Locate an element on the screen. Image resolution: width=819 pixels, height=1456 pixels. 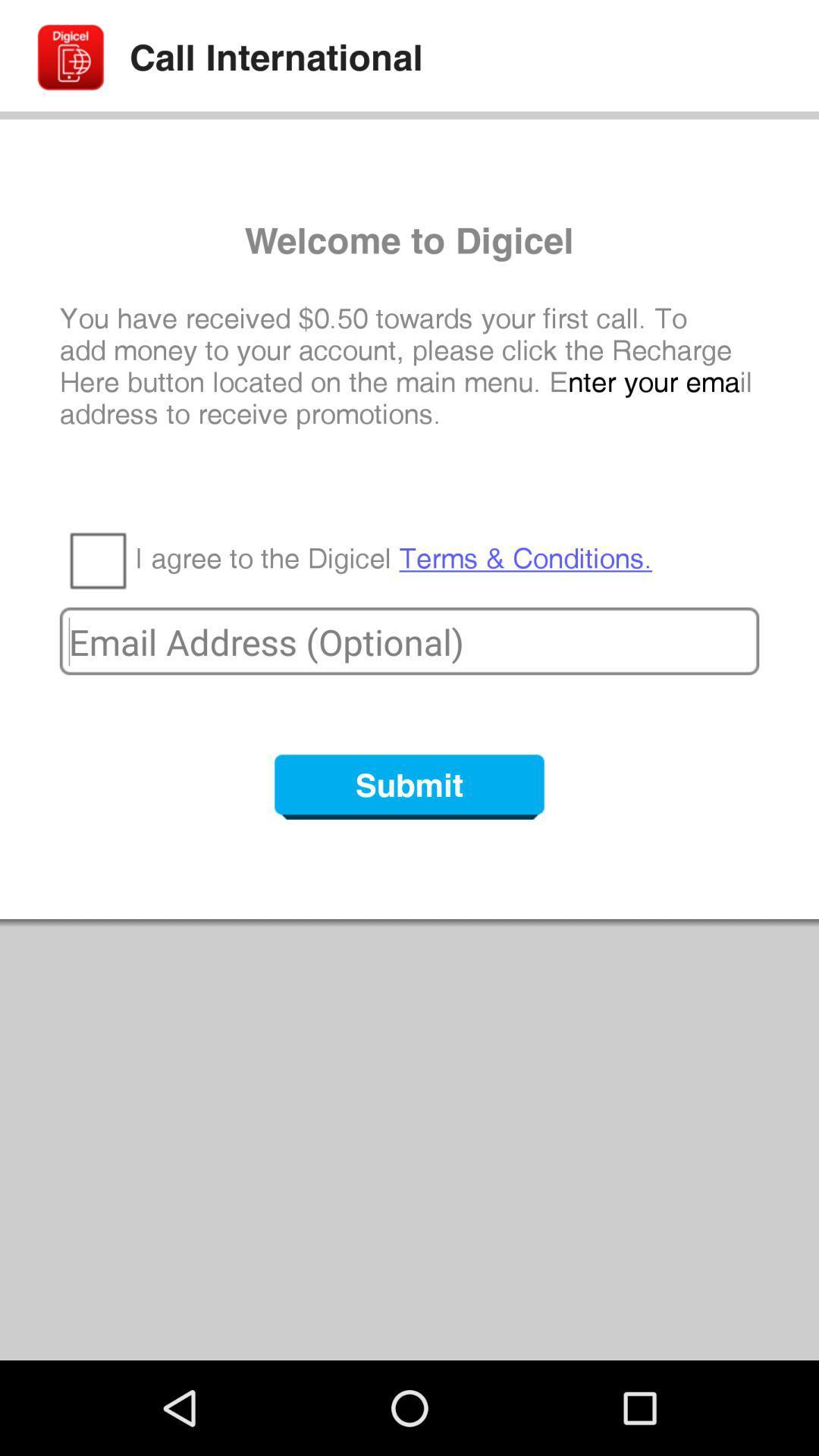
check the box for agreement is located at coordinates (97, 559).